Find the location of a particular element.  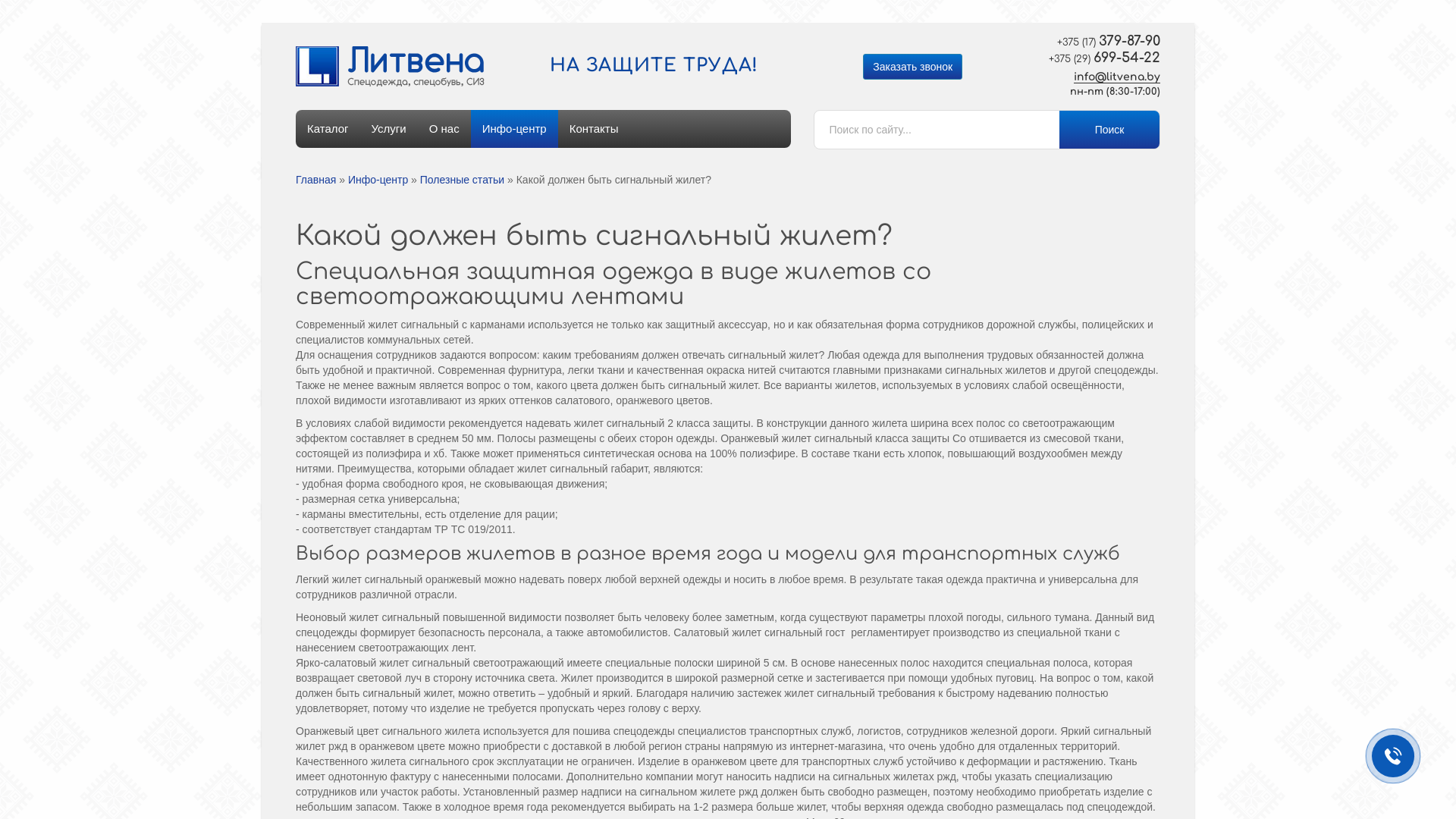

'+375 (17) 379-87-90' is located at coordinates (1097, 40).